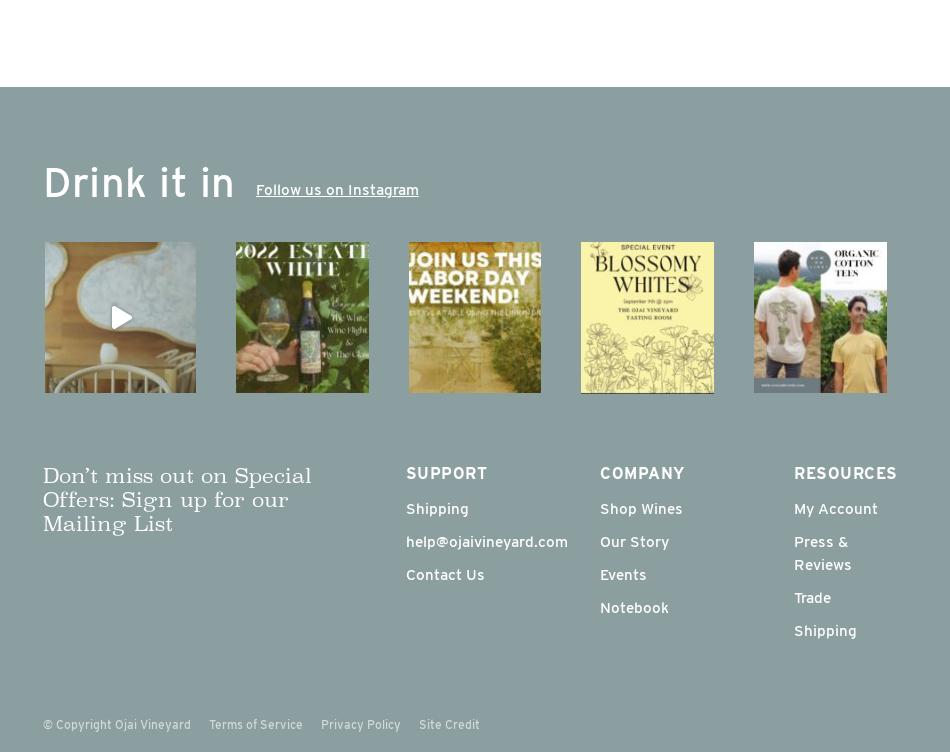 This screenshot has height=752, width=950. What do you see at coordinates (138, 180) in the screenshot?
I see `'Drink it in'` at bounding box center [138, 180].